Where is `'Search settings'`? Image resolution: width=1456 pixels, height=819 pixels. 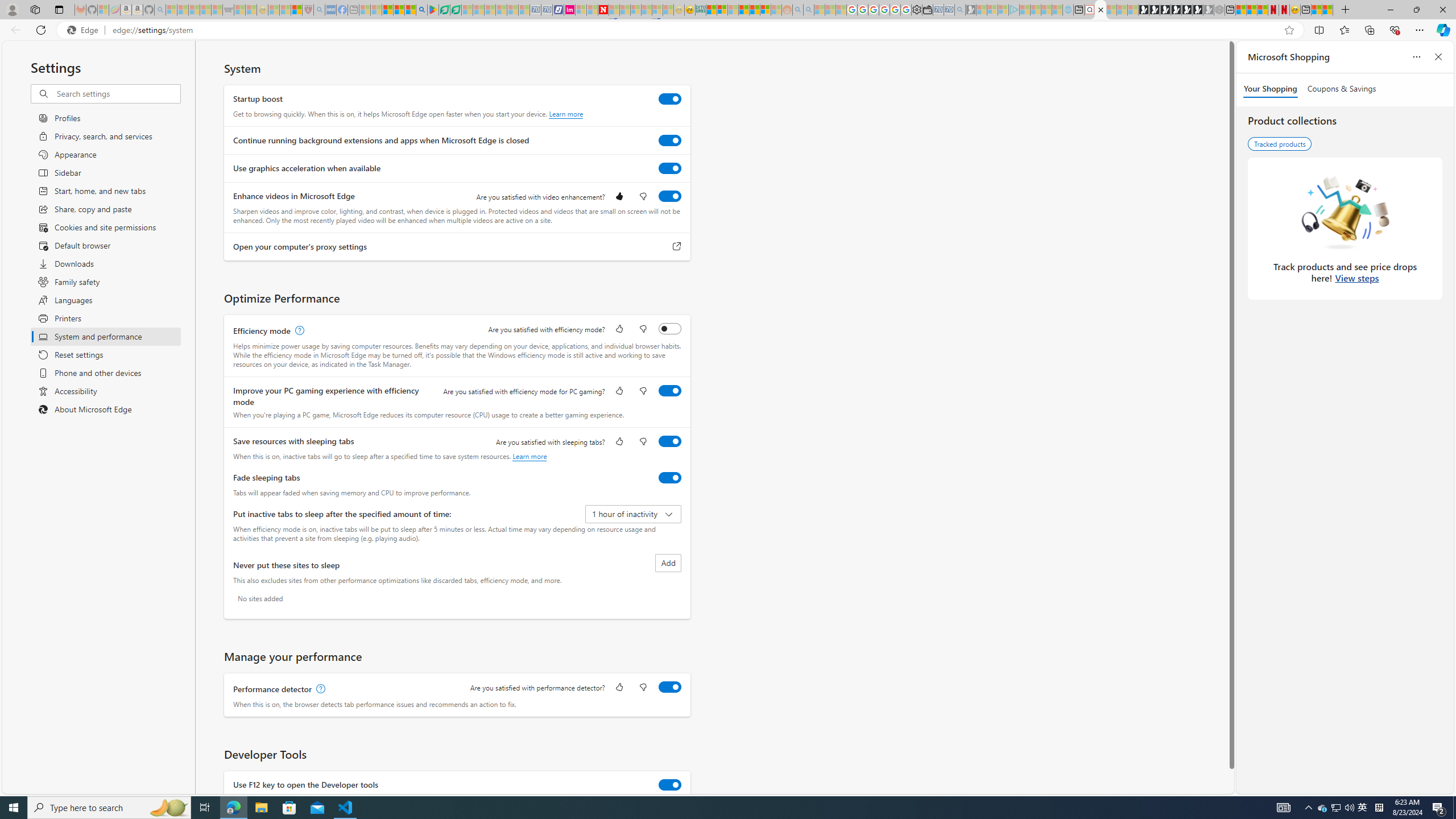
'Search settings' is located at coordinates (118, 93).